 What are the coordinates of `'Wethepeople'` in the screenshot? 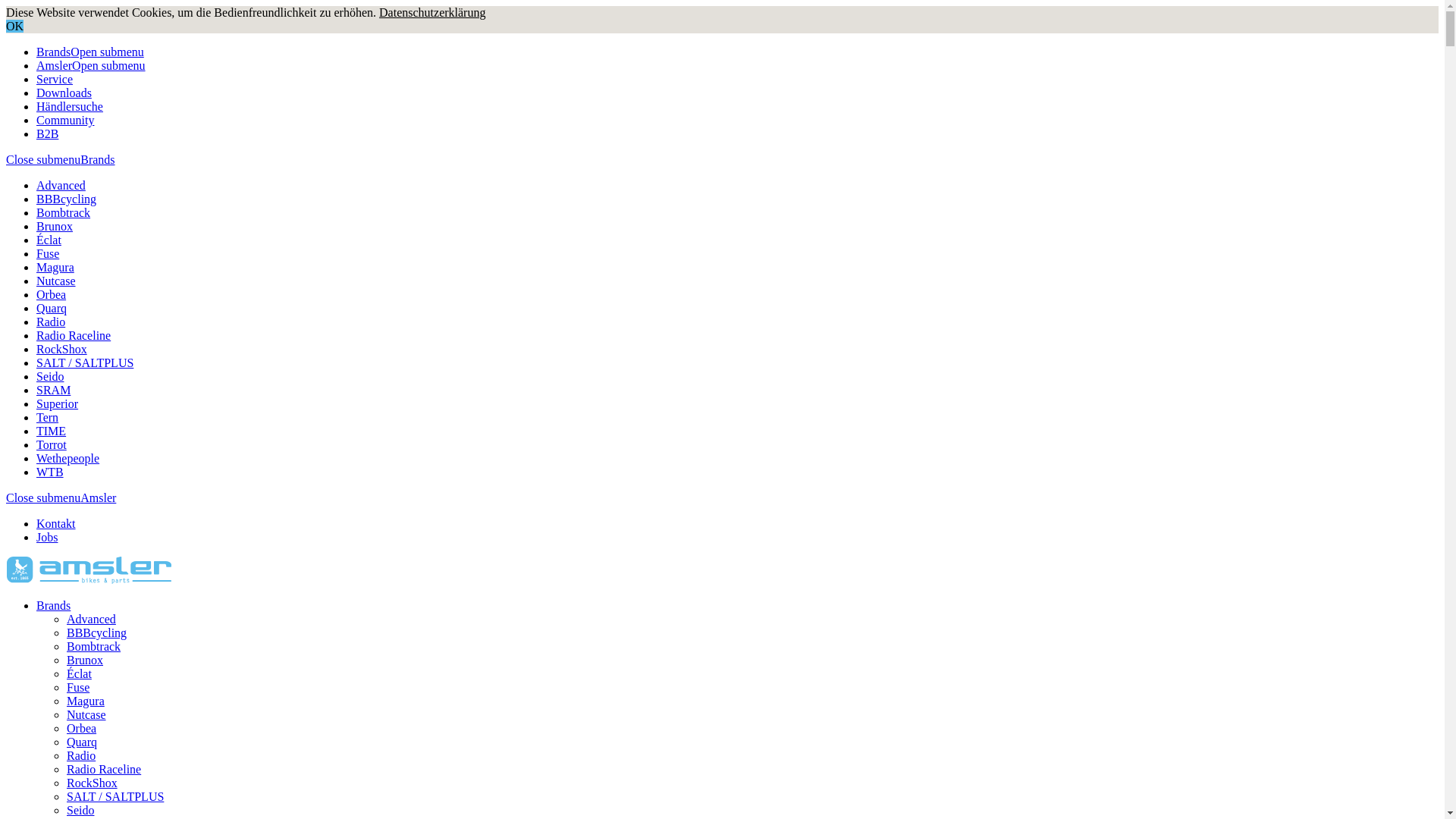 It's located at (67, 457).